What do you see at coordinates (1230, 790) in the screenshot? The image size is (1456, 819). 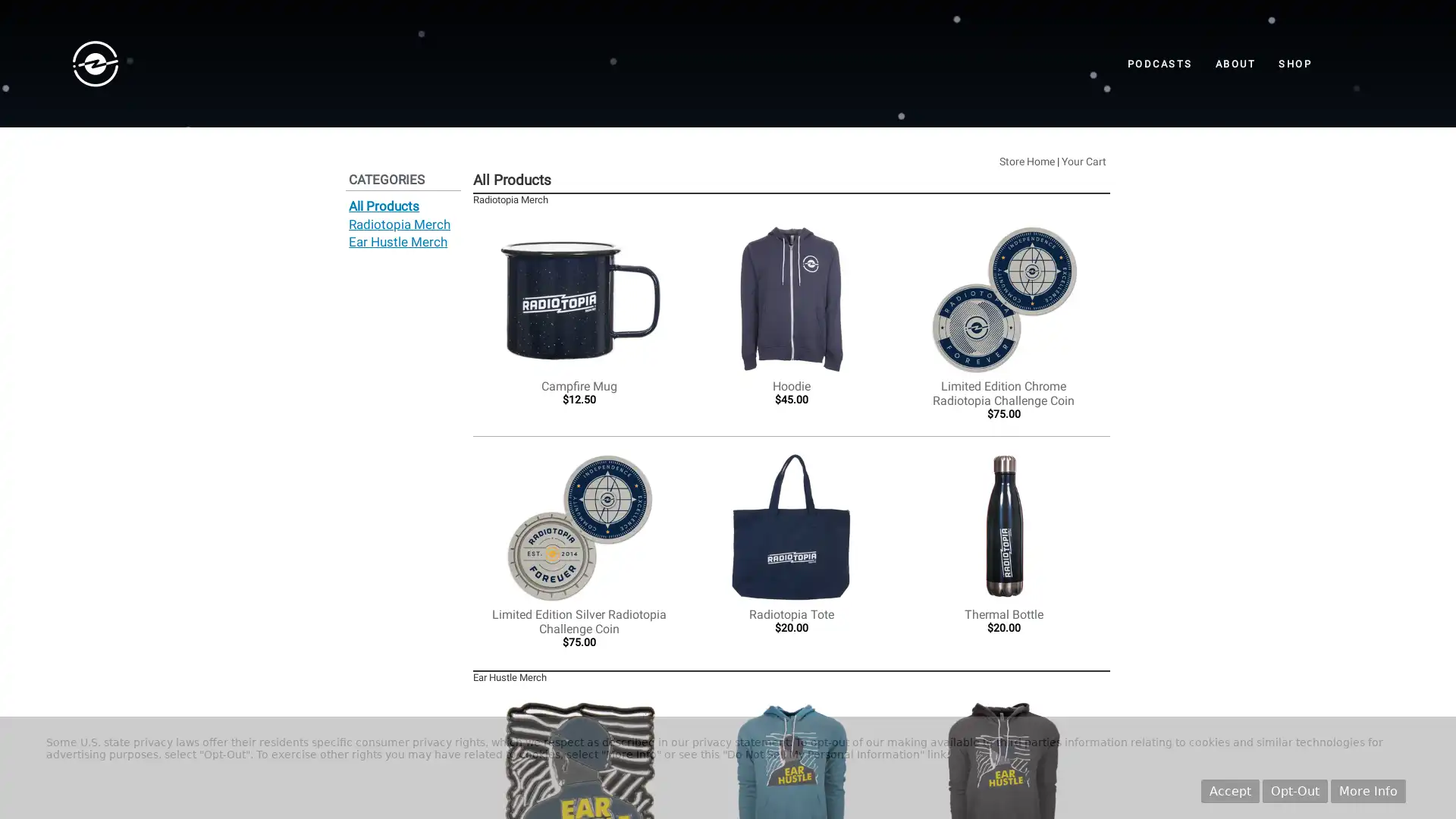 I see `Accept` at bounding box center [1230, 790].